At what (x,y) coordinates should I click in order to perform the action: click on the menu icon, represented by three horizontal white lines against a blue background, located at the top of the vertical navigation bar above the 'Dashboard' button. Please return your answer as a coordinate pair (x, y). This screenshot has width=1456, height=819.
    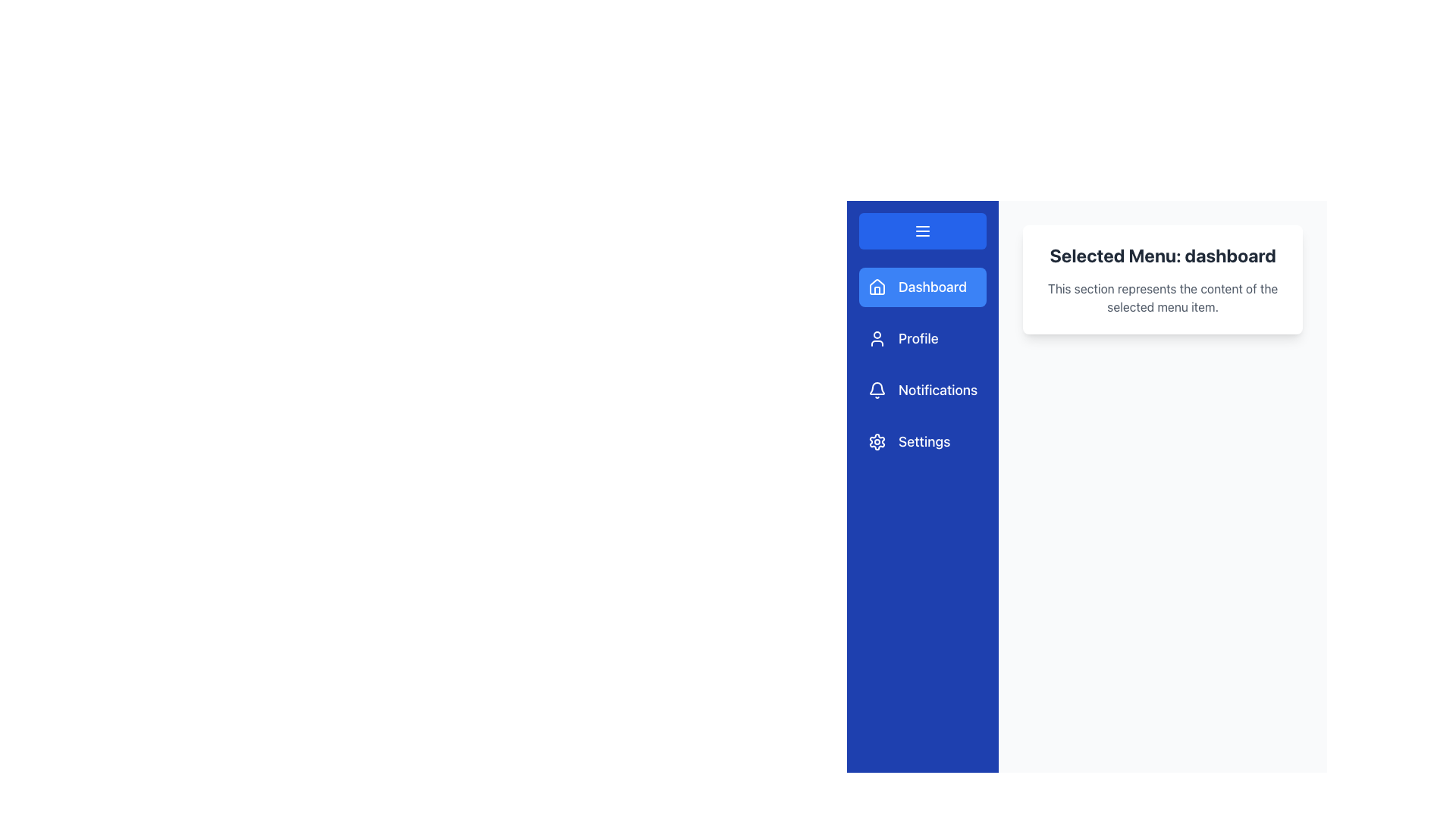
    Looking at the image, I should click on (922, 231).